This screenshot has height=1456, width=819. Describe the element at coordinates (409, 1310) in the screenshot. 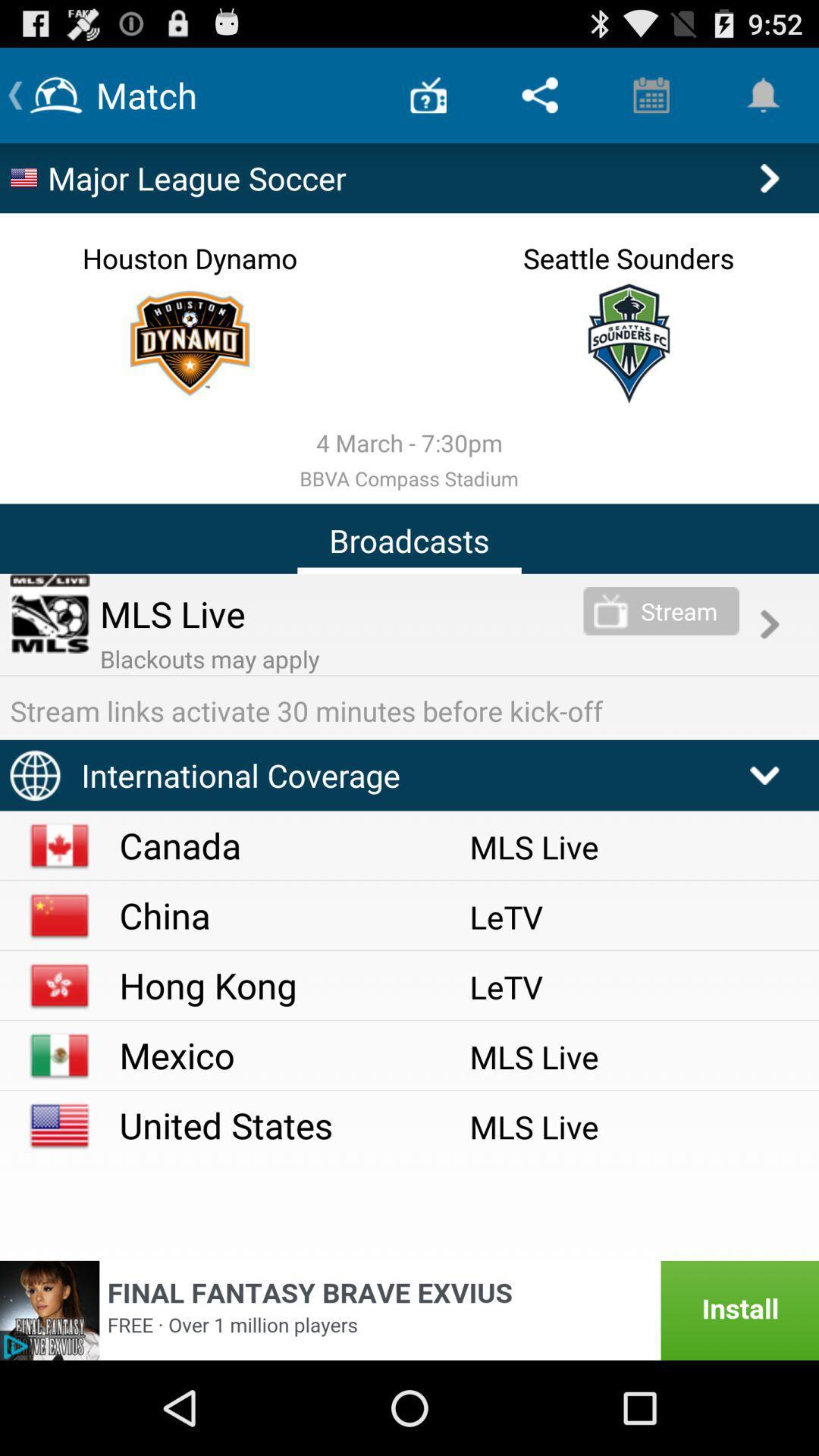

I see `open final fantasy brave exvius advertisement` at that location.